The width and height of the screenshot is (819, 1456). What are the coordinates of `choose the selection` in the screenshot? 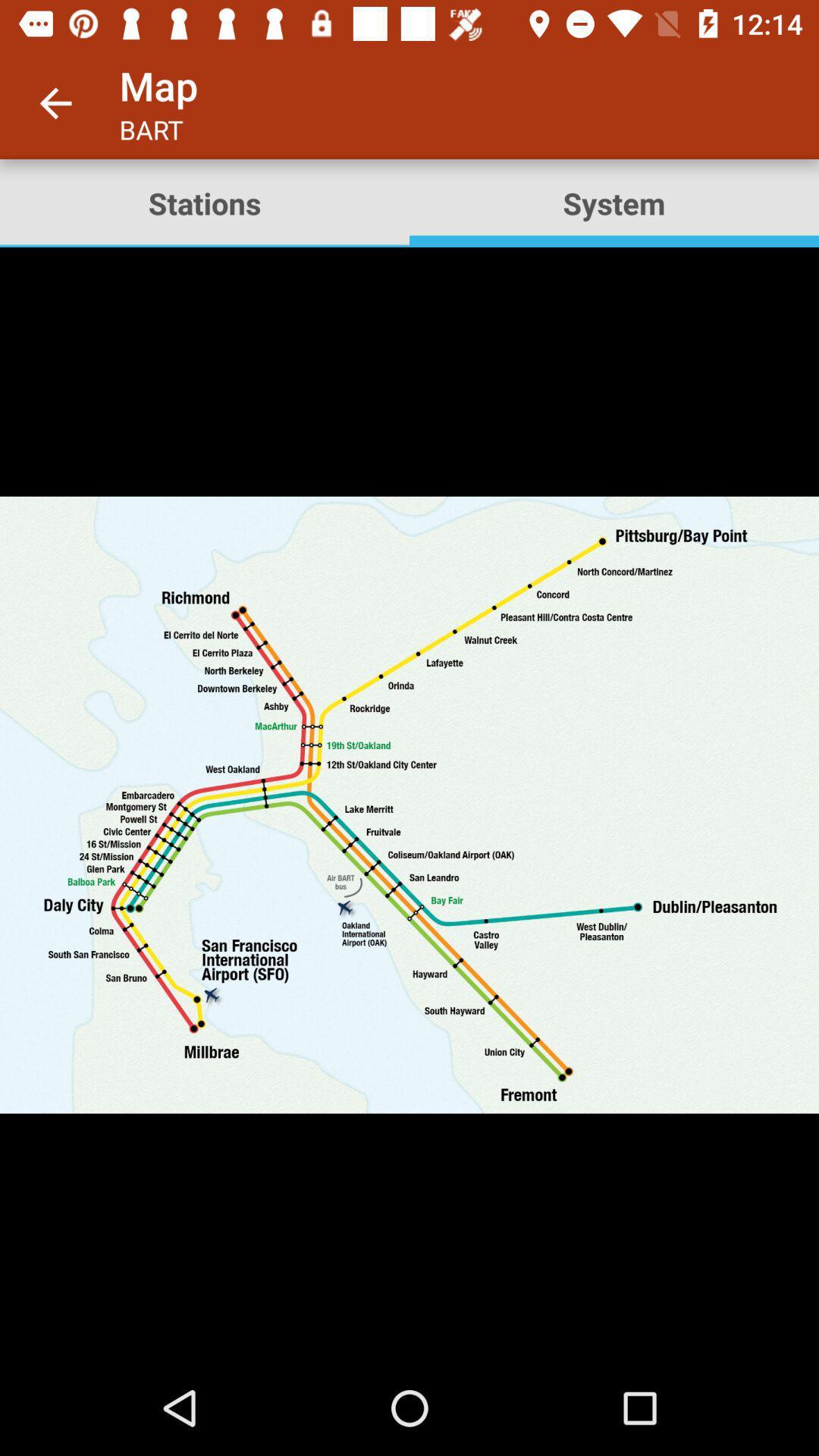 It's located at (409, 803).